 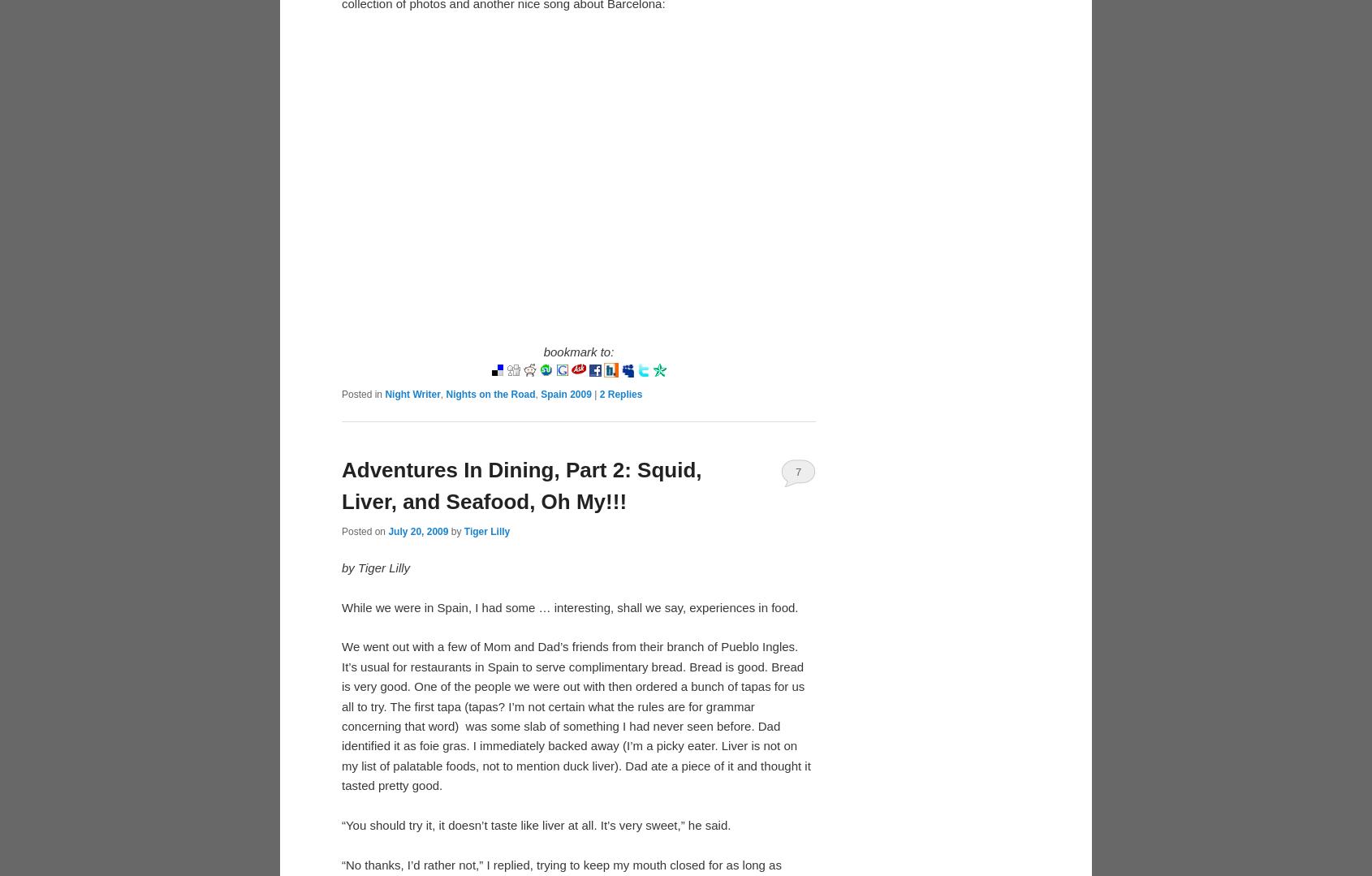 What do you see at coordinates (376, 567) in the screenshot?
I see `'by Tiger Lilly'` at bounding box center [376, 567].